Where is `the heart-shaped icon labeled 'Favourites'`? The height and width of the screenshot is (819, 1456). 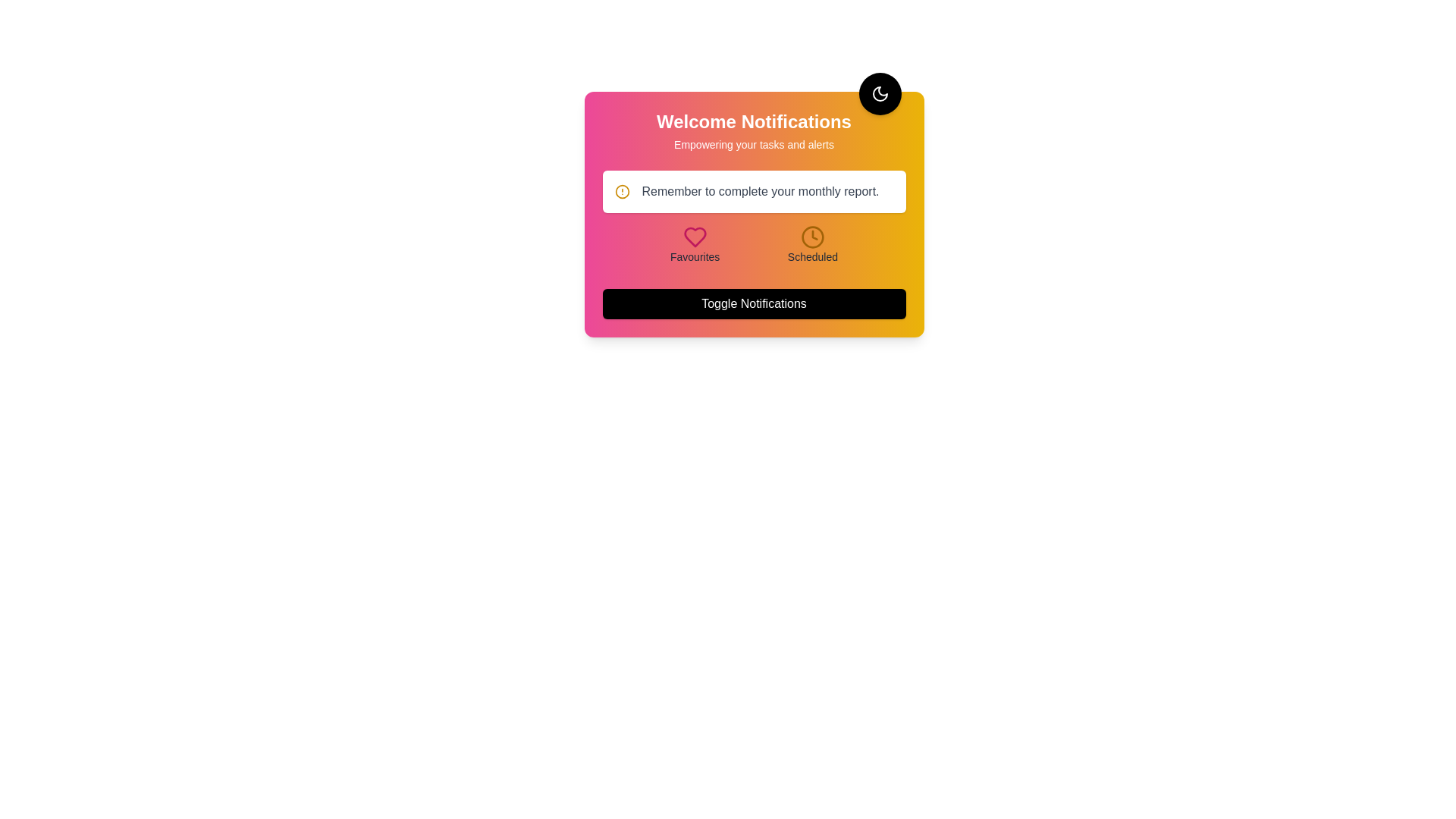
the heart-shaped icon labeled 'Favourites' is located at coordinates (694, 244).